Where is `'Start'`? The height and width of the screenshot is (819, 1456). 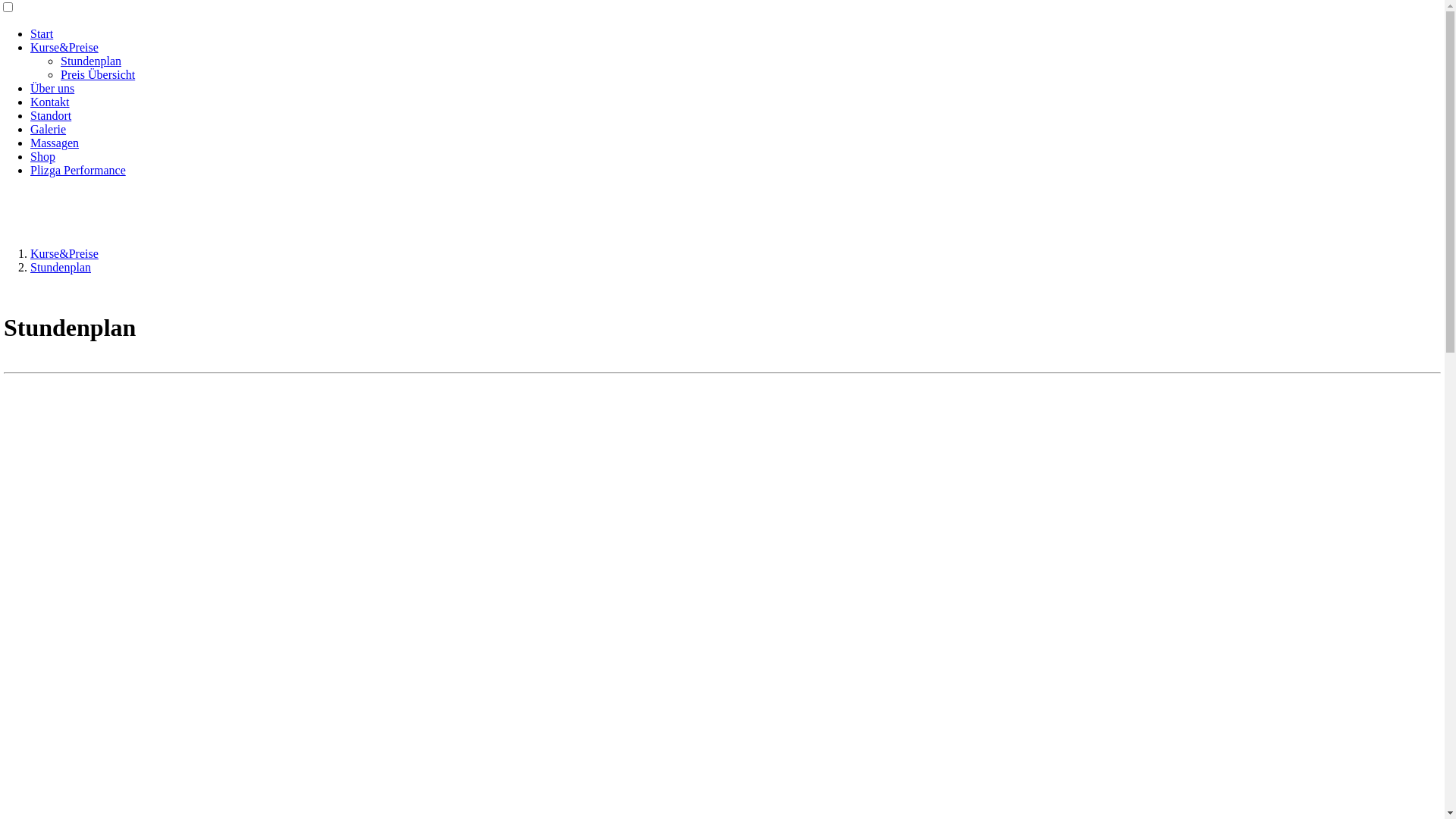 'Start' is located at coordinates (41, 33).